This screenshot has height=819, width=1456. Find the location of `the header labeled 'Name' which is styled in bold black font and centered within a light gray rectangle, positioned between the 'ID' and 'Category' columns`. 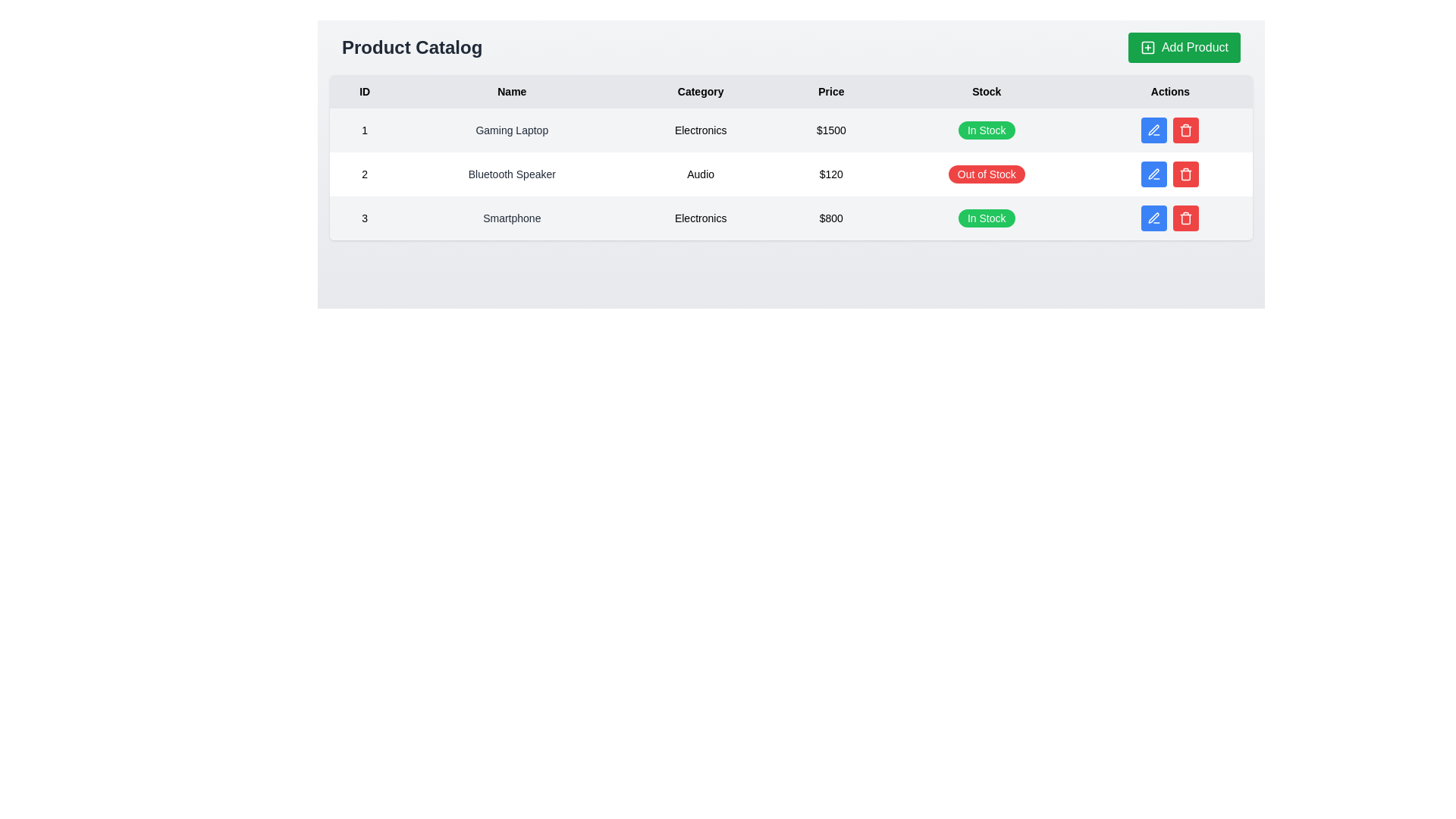

the header labeled 'Name' which is styled in bold black font and centered within a light gray rectangle, positioned between the 'ID' and 'Category' columns is located at coordinates (512, 91).